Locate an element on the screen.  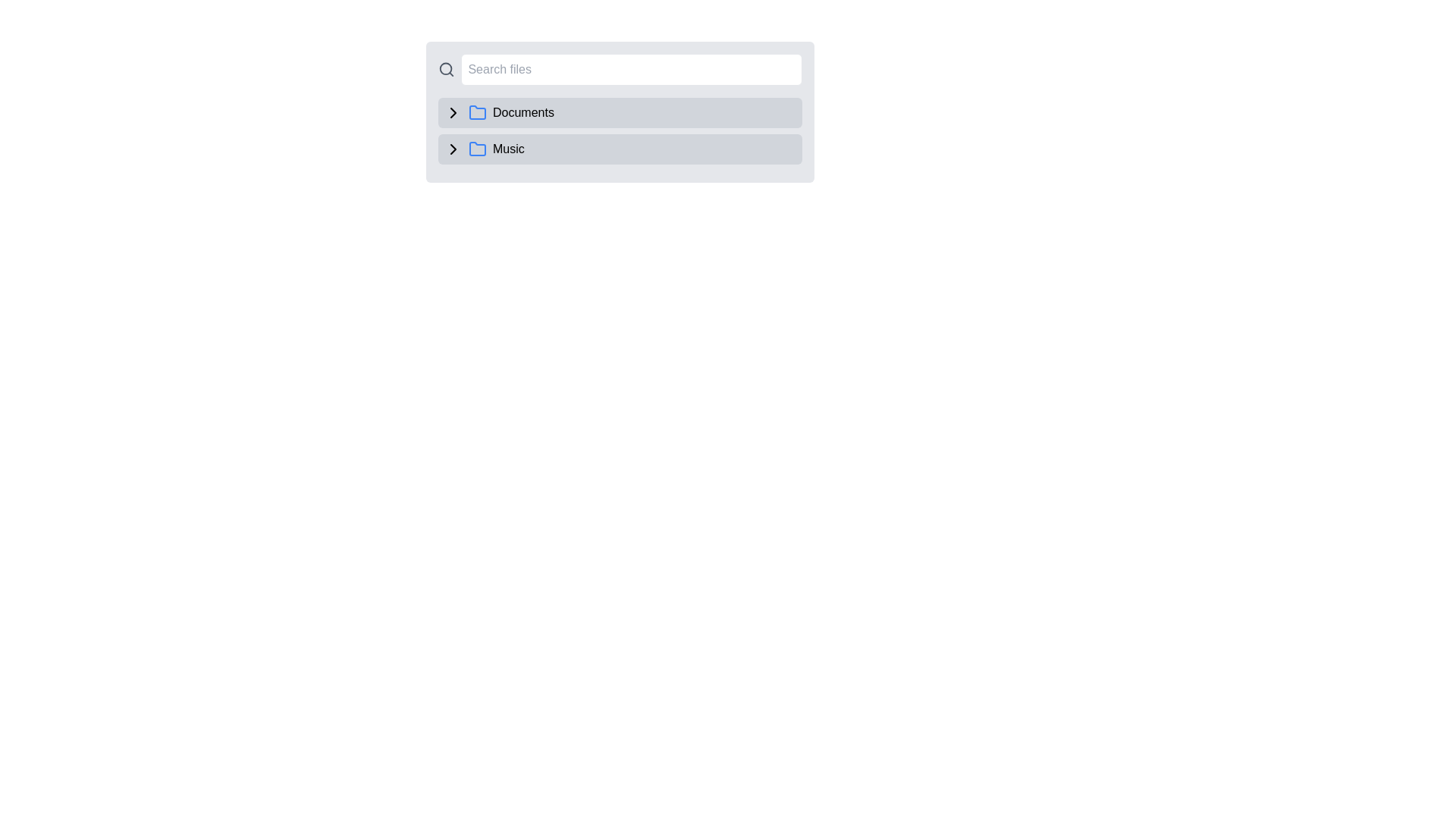
the 'Documents' button located at the top of the vertical list of items is located at coordinates (620, 112).